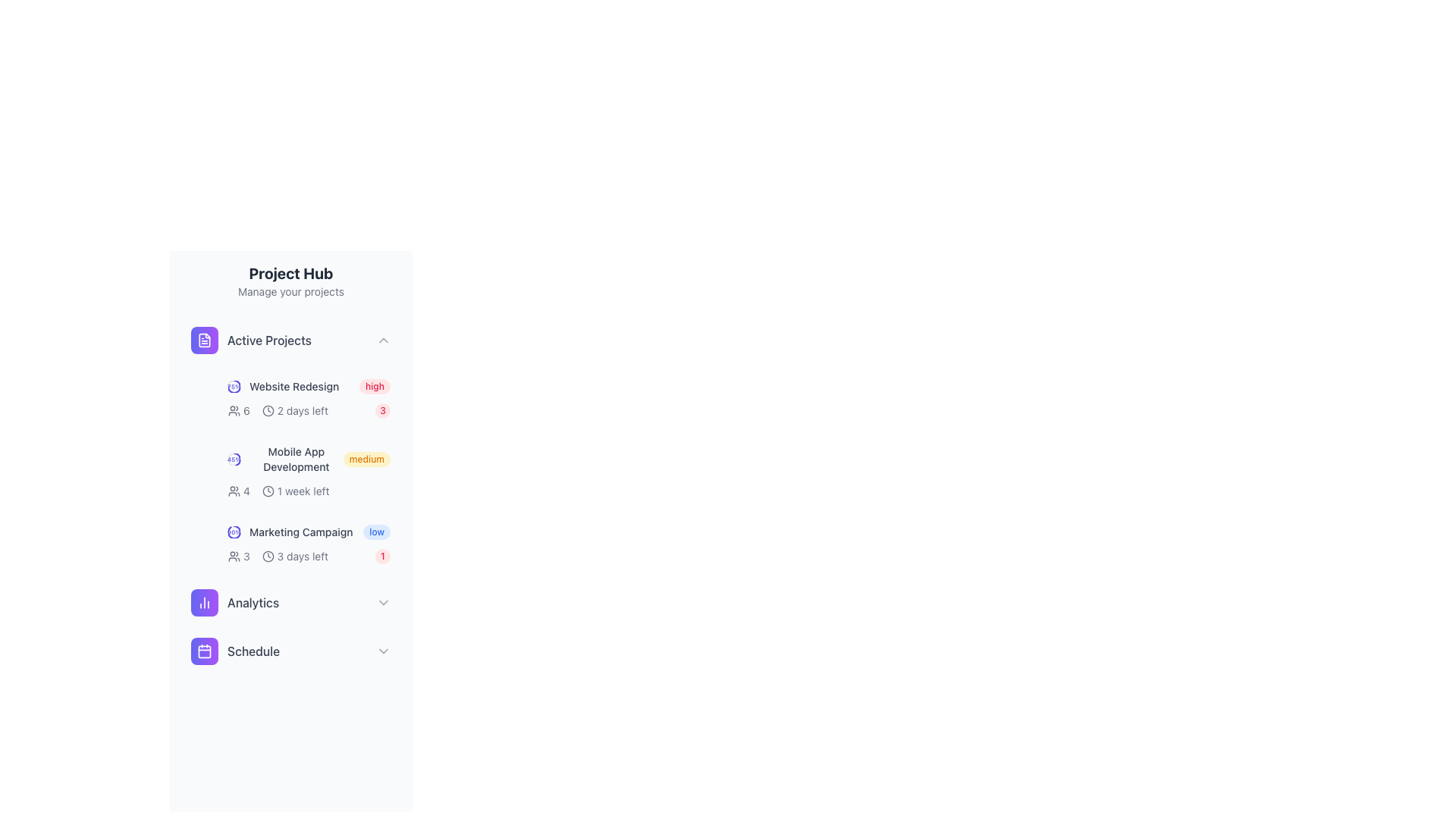  What do you see at coordinates (238, 491) in the screenshot?
I see `the label displaying the number of users associated with the 'Mobile App Development' project, located in the 'Active Projects' section, to the right of the user icon` at bounding box center [238, 491].